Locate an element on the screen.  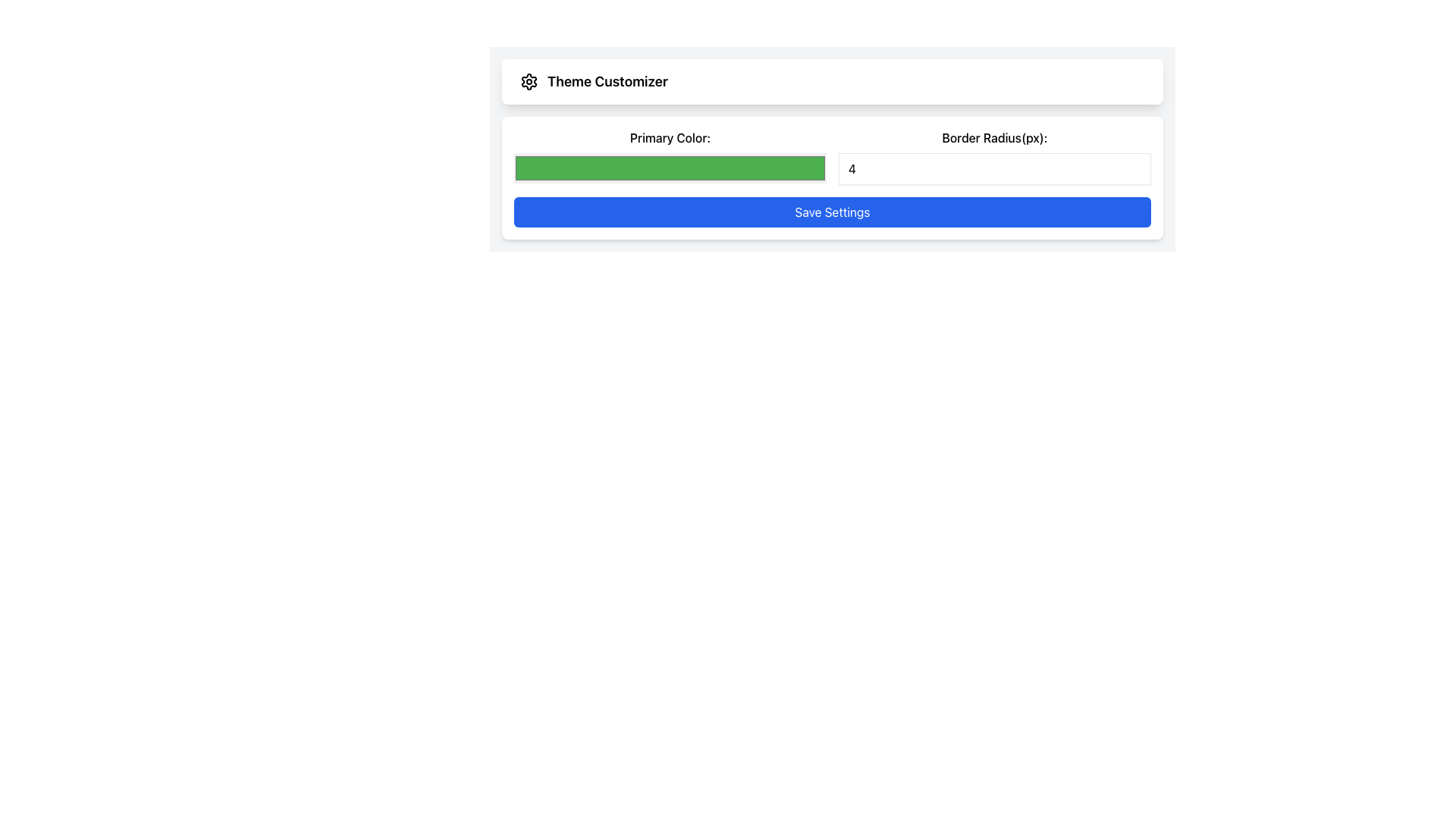
the 'Save Settings' button, which is a rectangular button with rounded corners and a blue background is located at coordinates (832, 212).